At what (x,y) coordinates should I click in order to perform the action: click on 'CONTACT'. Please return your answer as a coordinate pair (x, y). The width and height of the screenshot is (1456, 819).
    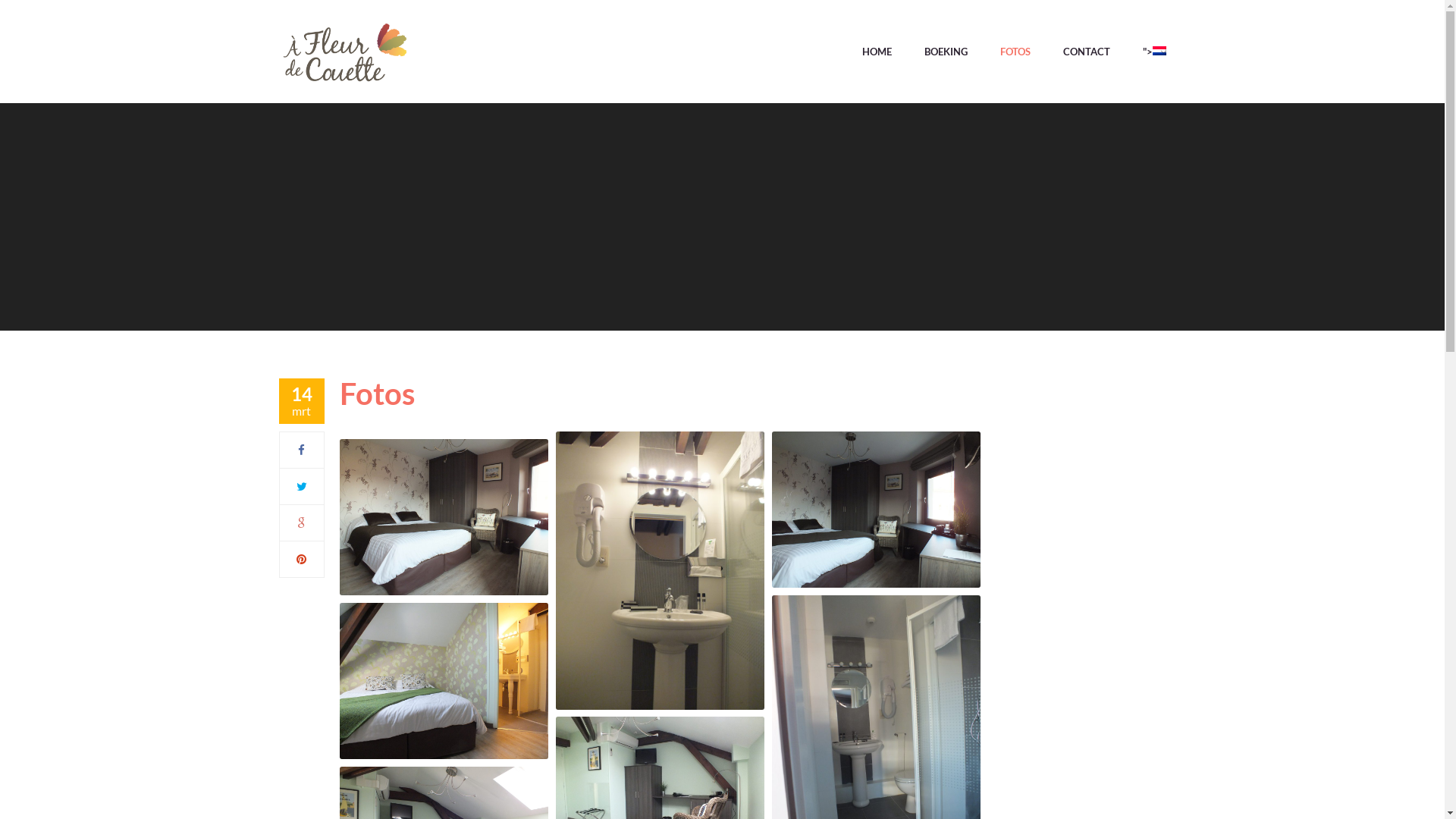
    Looking at the image, I should click on (1086, 55).